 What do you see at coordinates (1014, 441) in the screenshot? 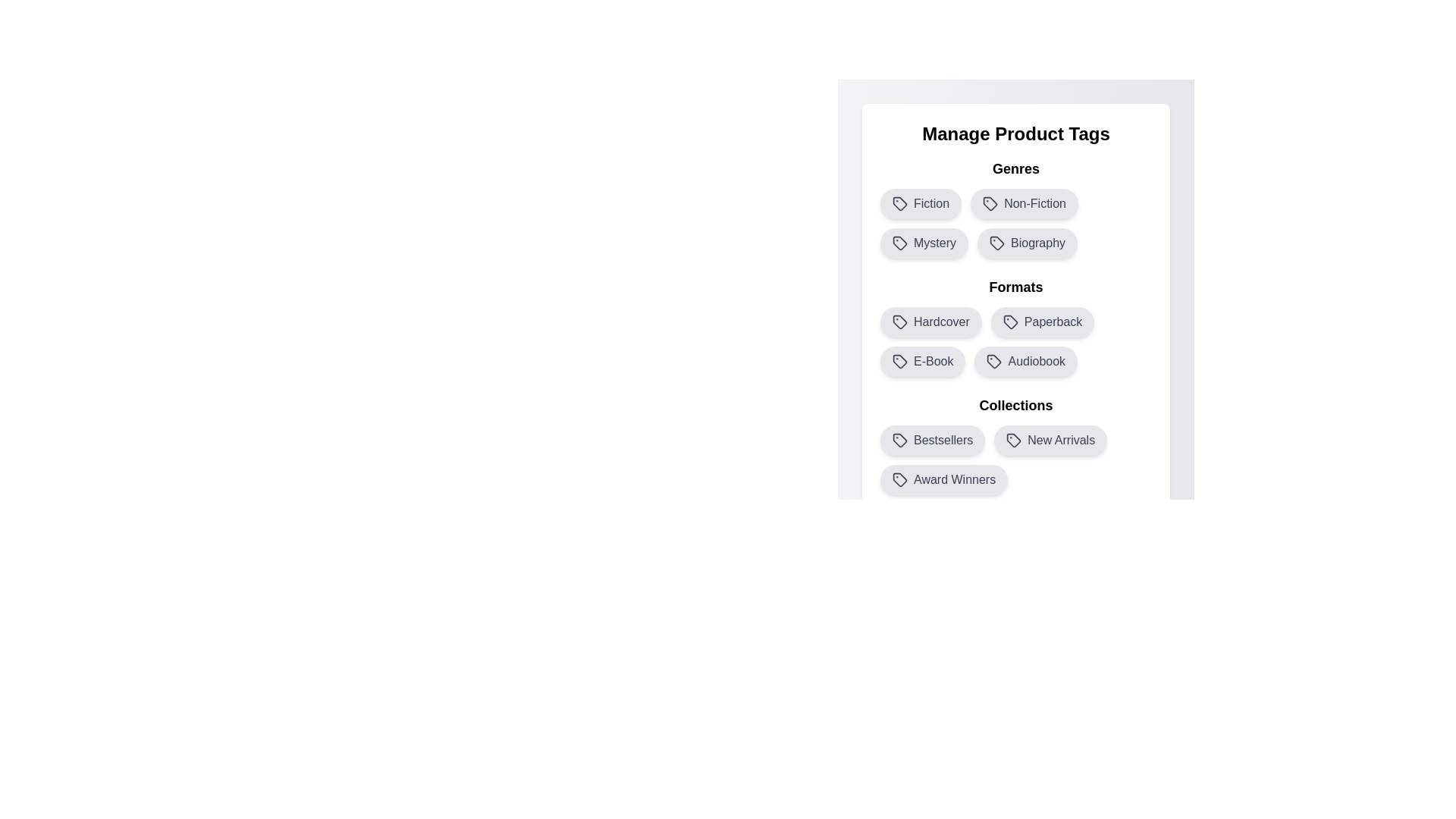
I see `the outer shape of the tag icon in the 'New Arrivals' section of the 'Collections' group` at bounding box center [1014, 441].